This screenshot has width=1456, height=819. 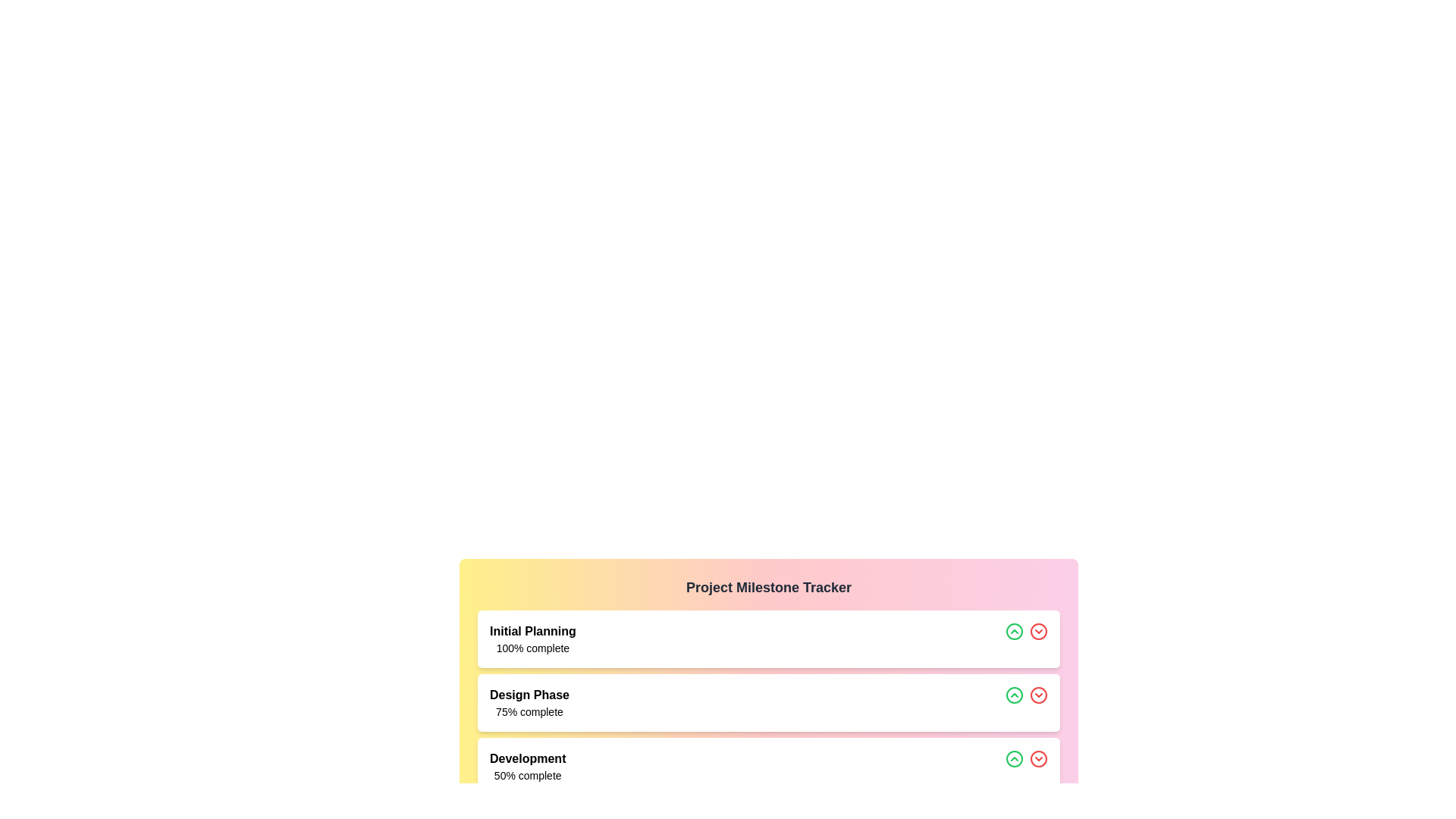 I want to click on the text label displaying 'Development', so click(x=528, y=759).